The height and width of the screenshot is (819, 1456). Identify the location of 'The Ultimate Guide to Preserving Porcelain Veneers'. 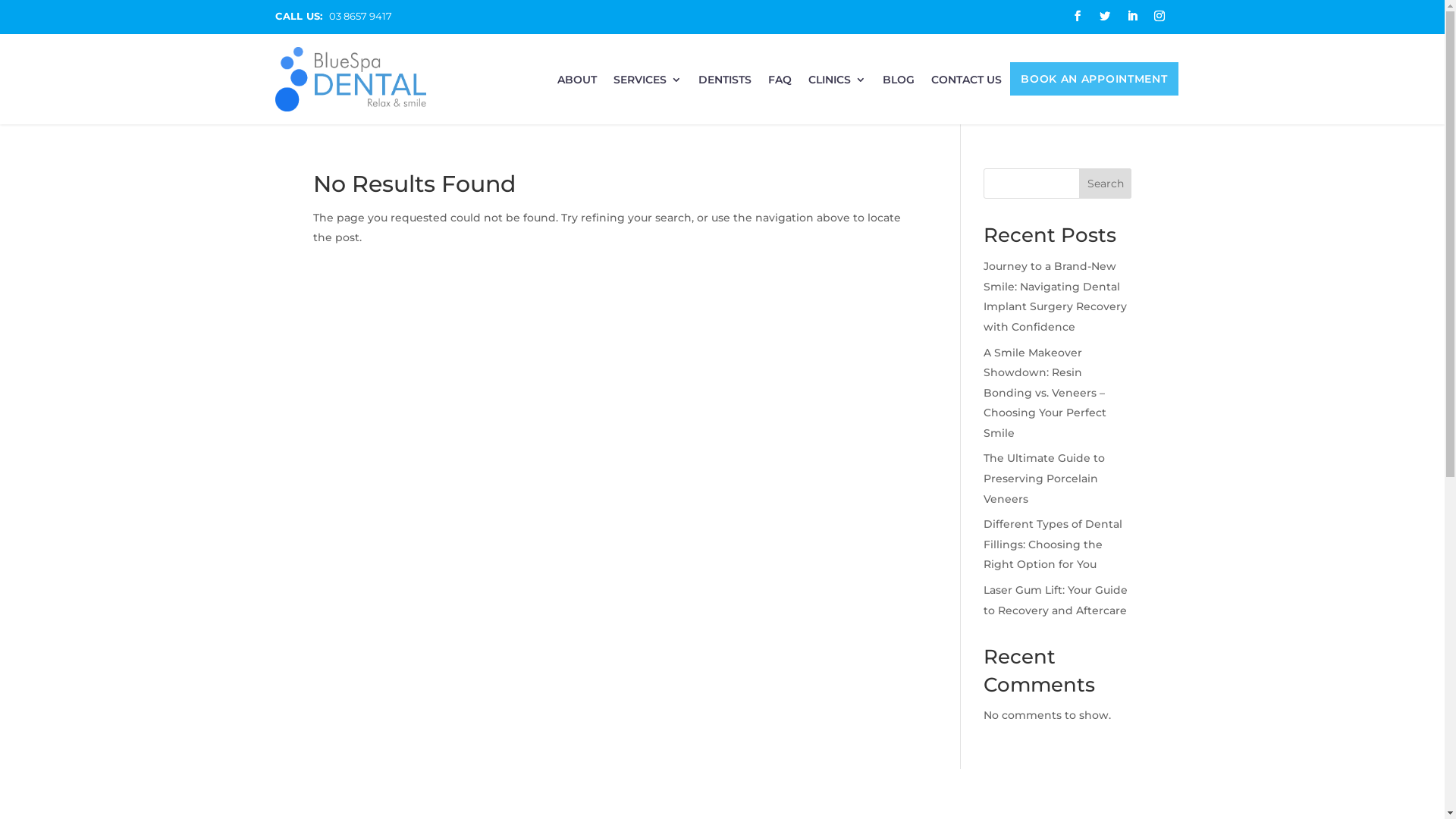
(983, 478).